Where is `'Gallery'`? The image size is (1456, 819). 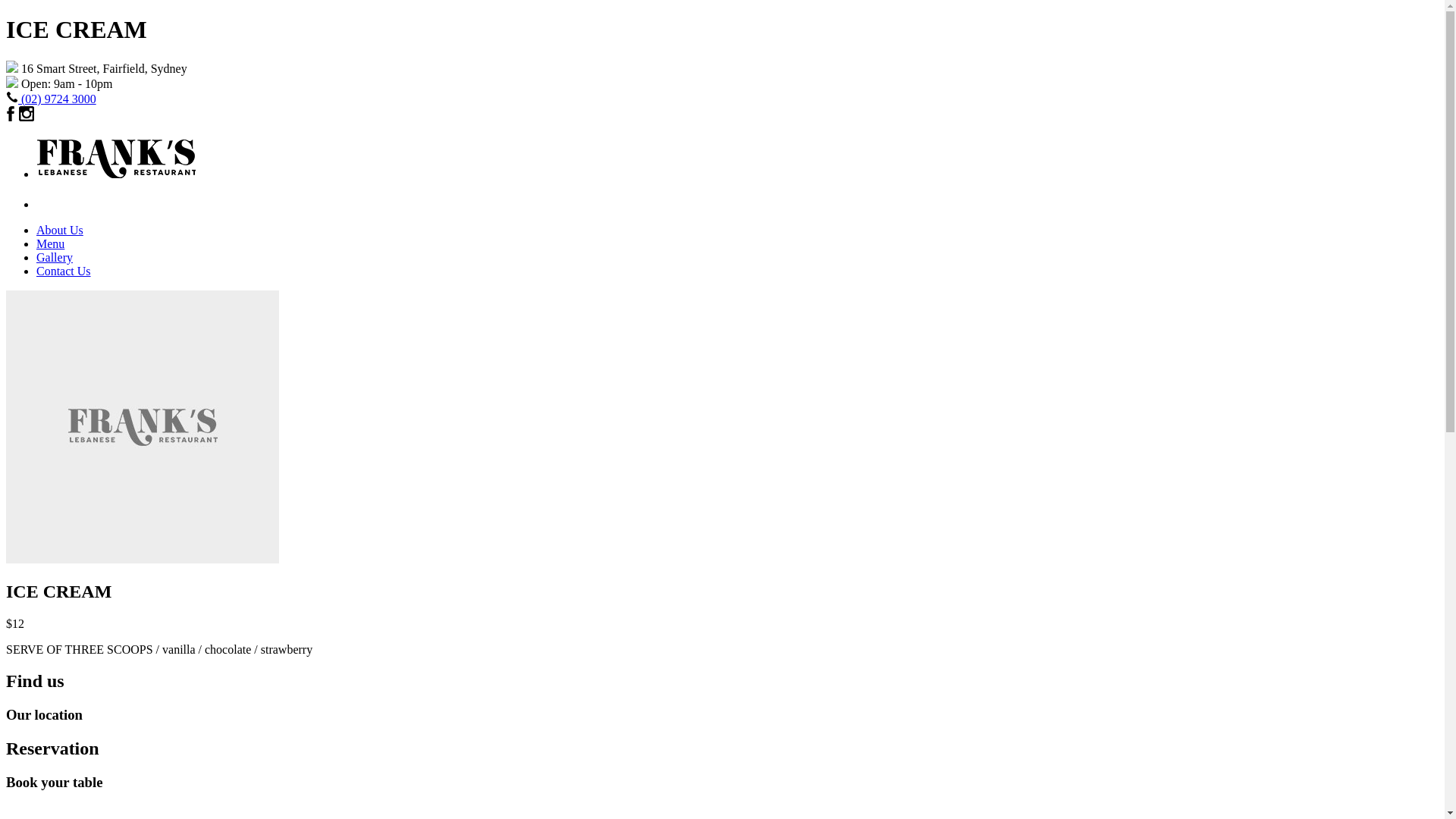
'Gallery' is located at coordinates (55, 256).